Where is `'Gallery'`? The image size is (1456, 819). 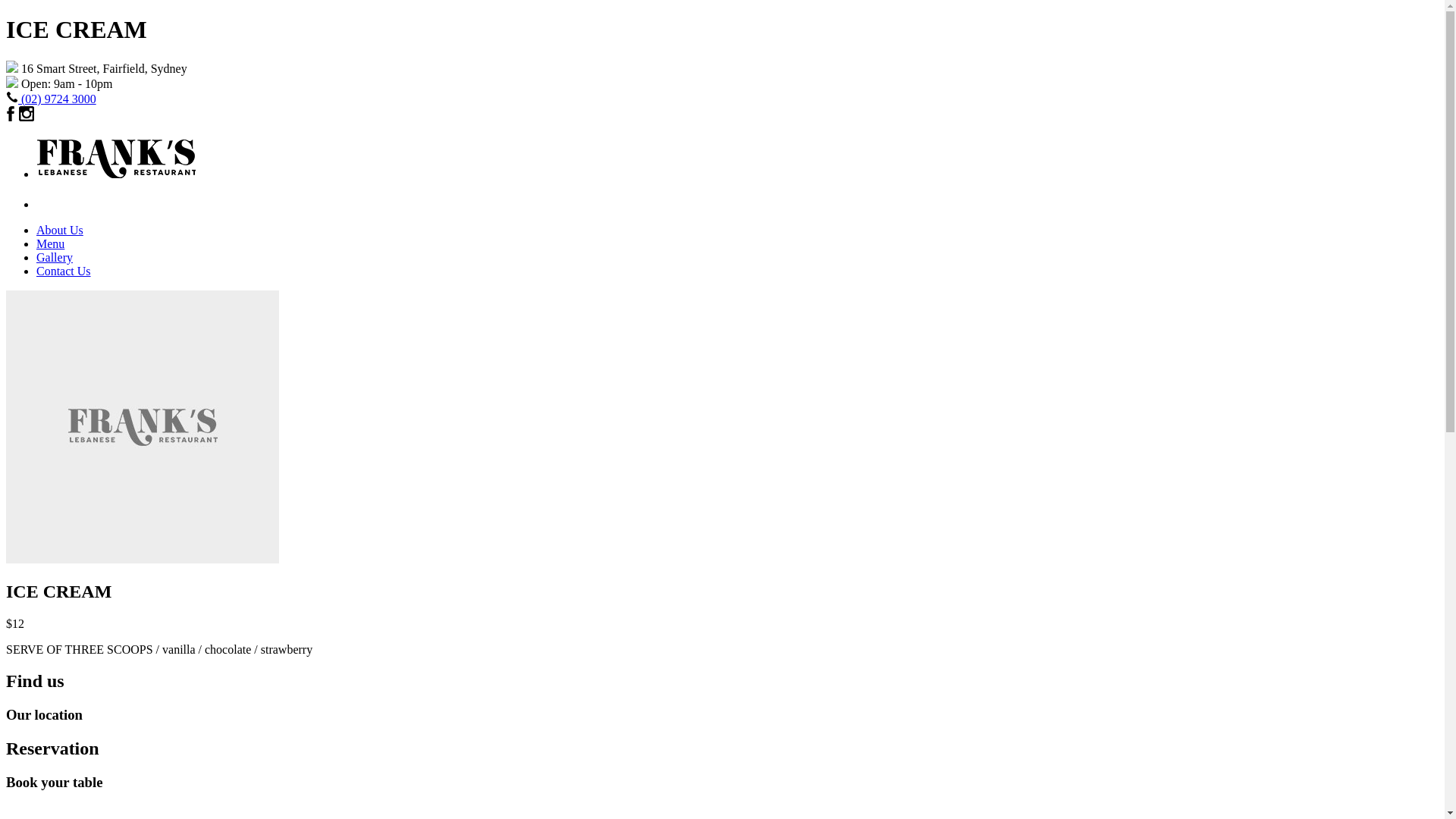
'Gallery' is located at coordinates (55, 256).